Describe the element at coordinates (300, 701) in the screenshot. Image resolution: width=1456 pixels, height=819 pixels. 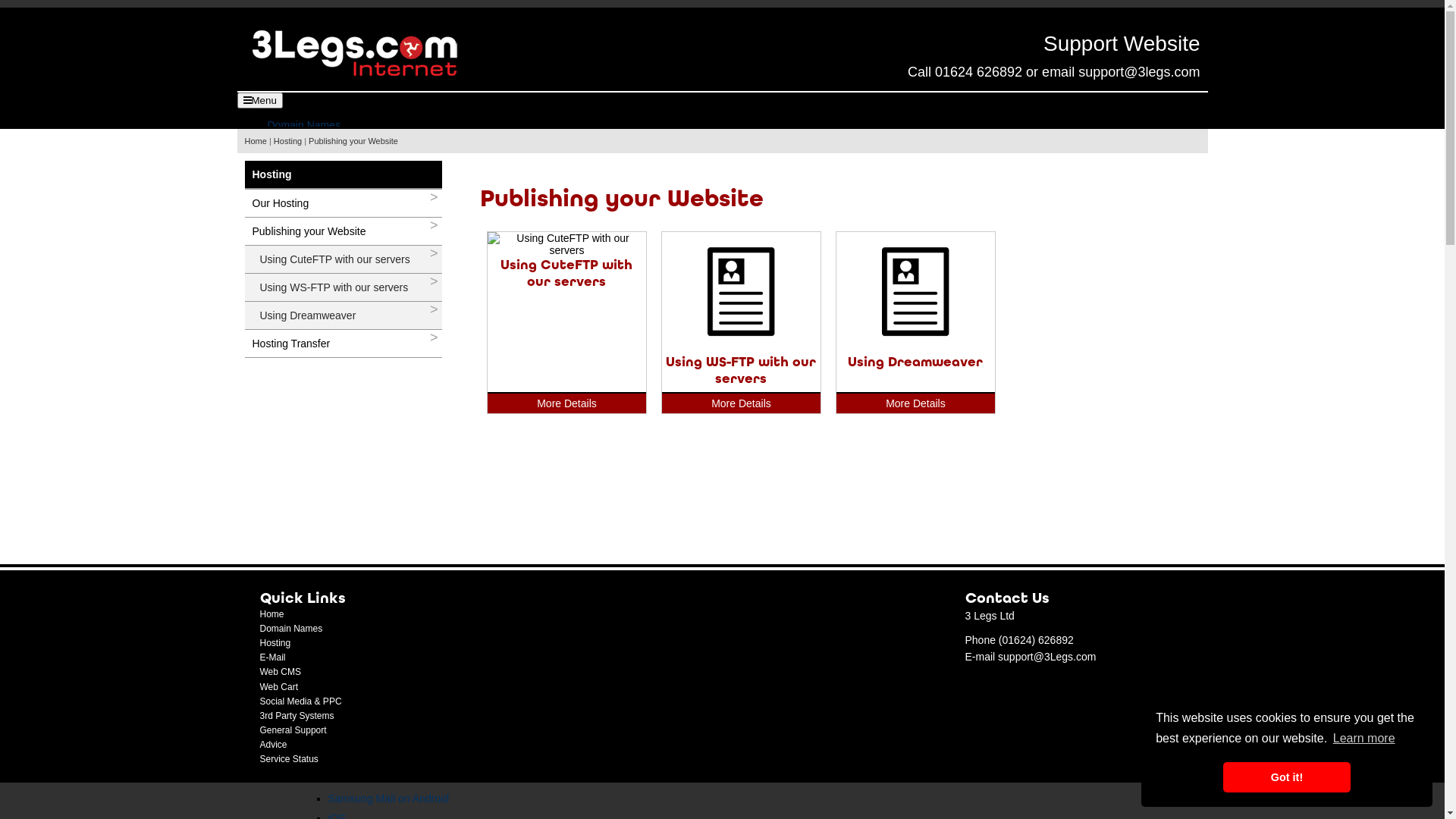
I see `'Social Media & PPC'` at that location.